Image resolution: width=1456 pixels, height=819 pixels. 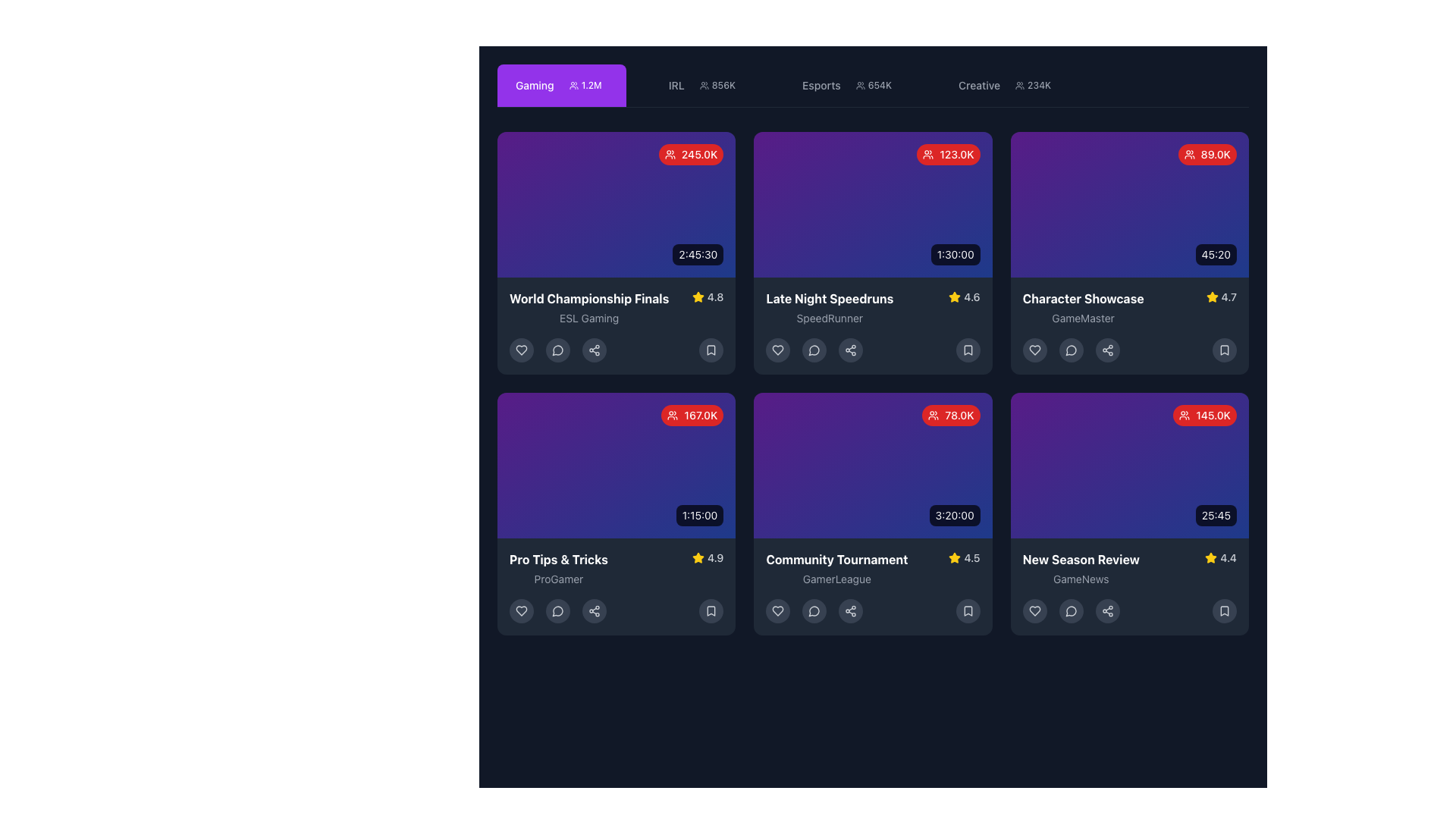 I want to click on the static text label displaying the duration of the content located at the bottom-right corner of the 'Late Night Speedruns' card, so click(x=955, y=253).